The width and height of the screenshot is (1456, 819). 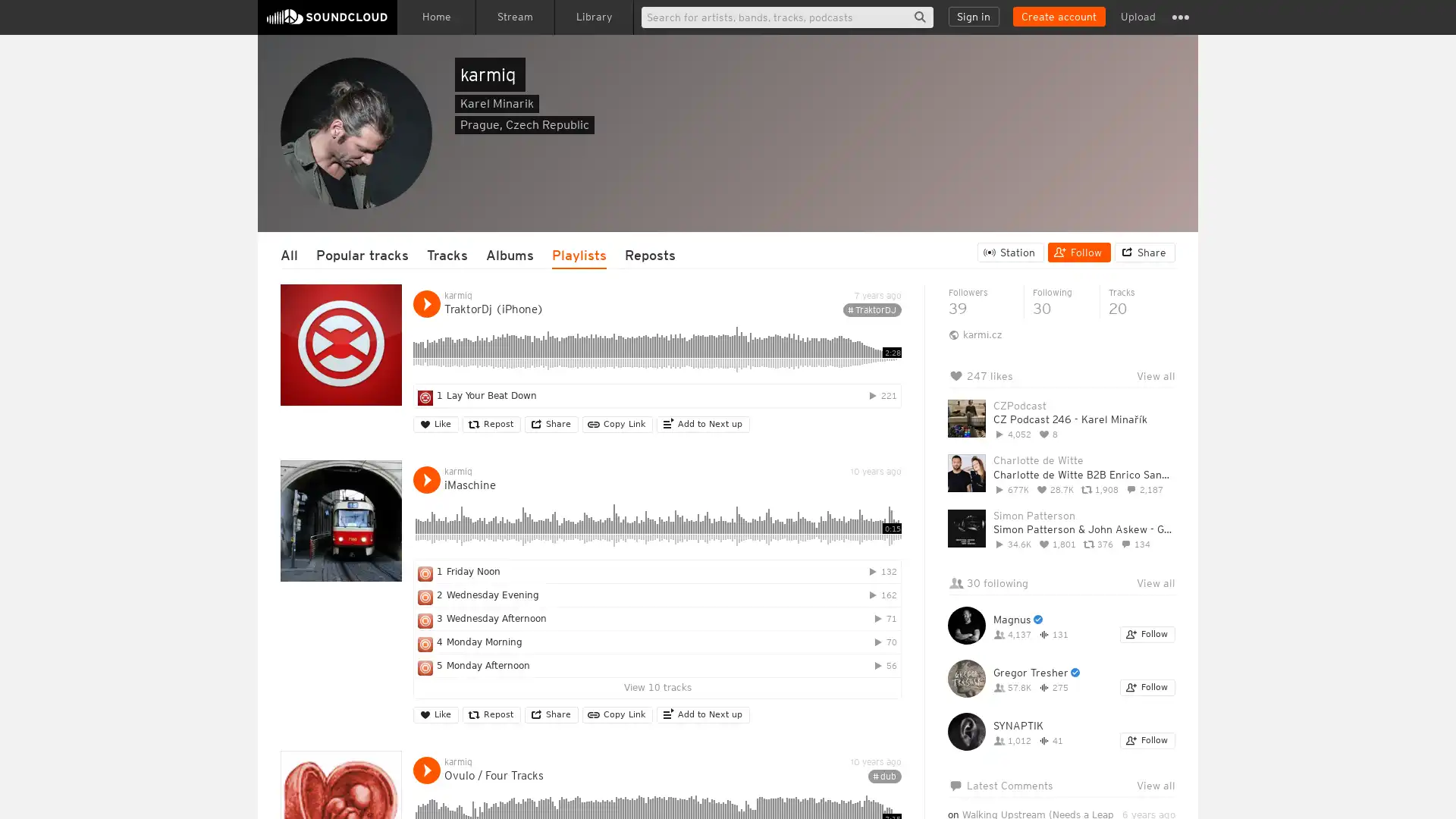 What do you see at coordinates (702, 424) in the screenshot?
I see `Add to Next up` at bounding box center [702, 424].